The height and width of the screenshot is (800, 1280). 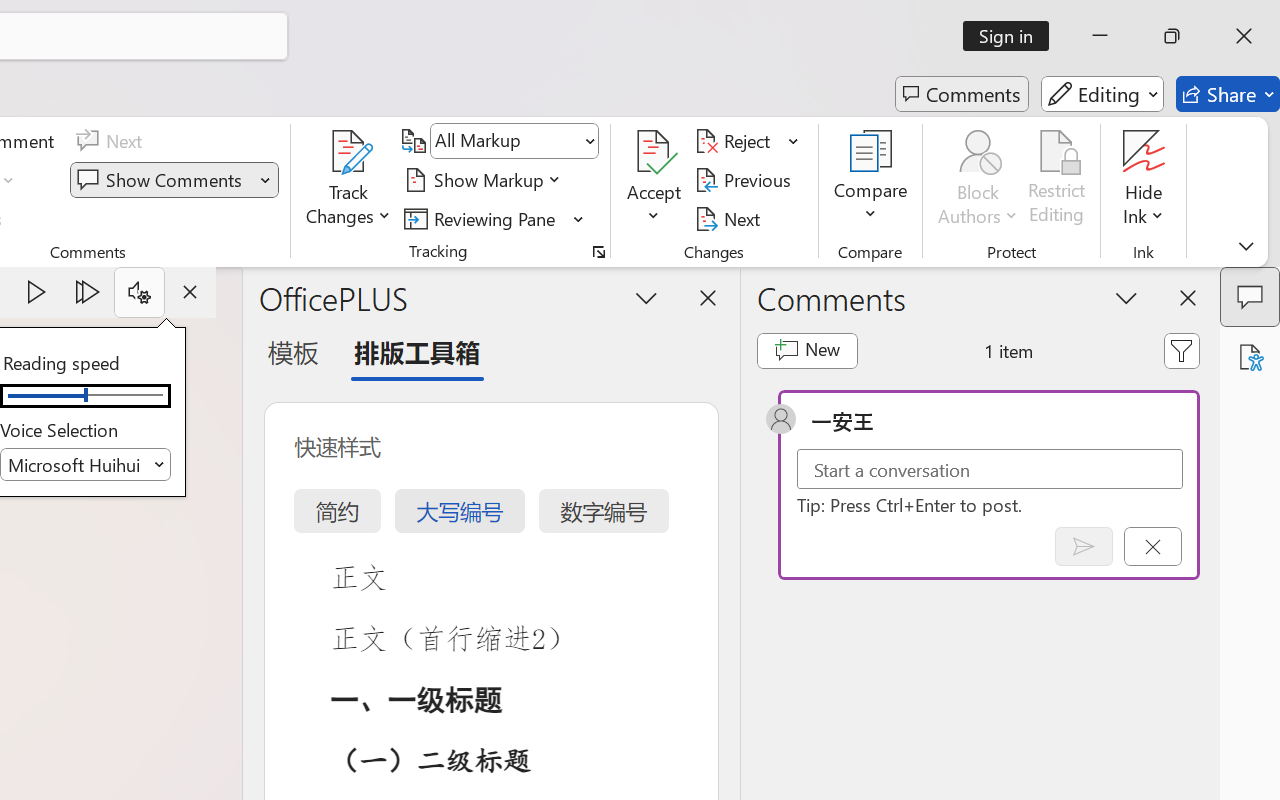 I want to click on 'Filter', so click(x=1182, y=350).